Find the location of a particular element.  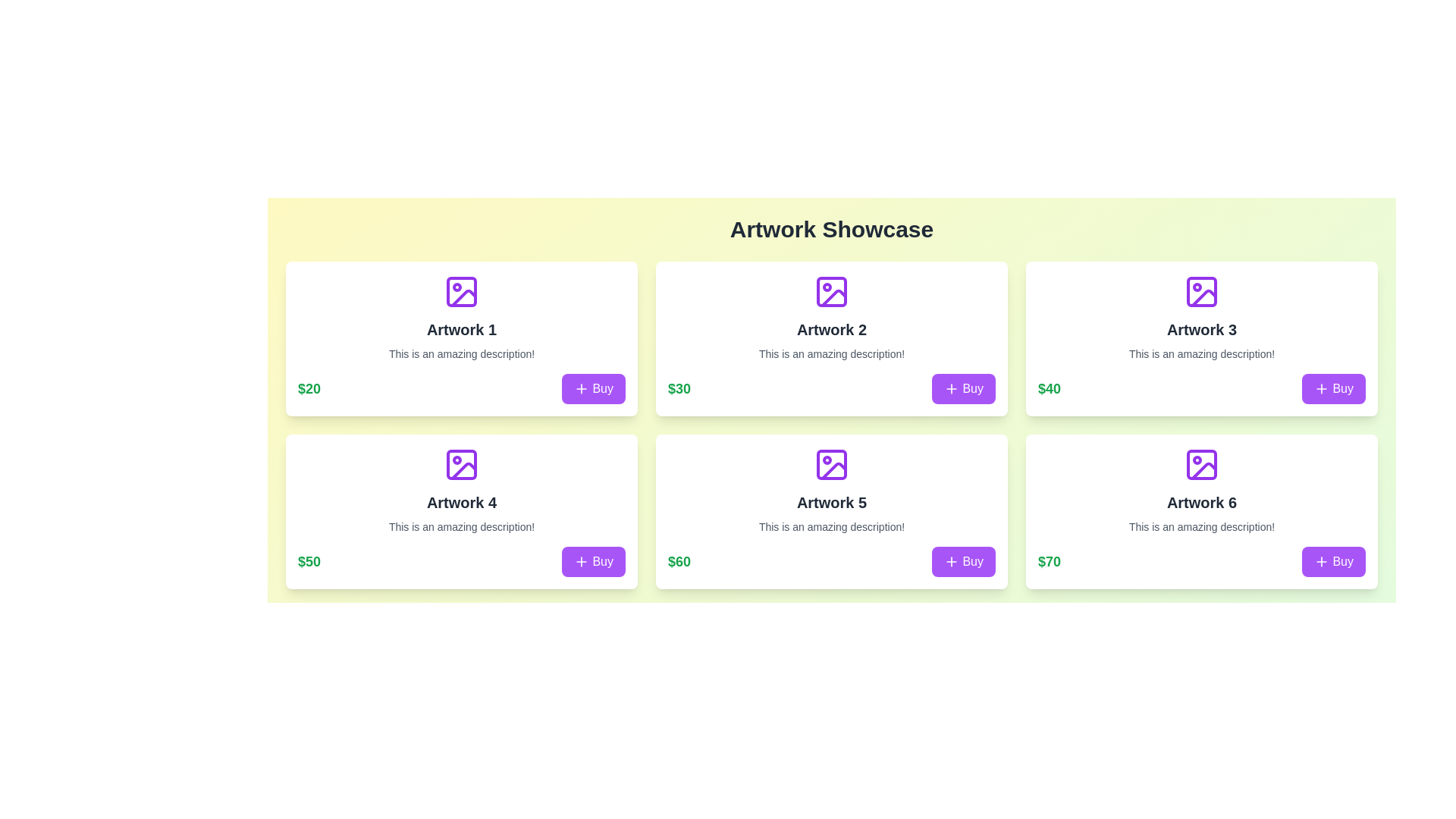

the plus symbol icon embedded in the 'Buy' button located at the bottom-right corner of the card labeled 'Artwork 2' is located at coordinates (581, 388).